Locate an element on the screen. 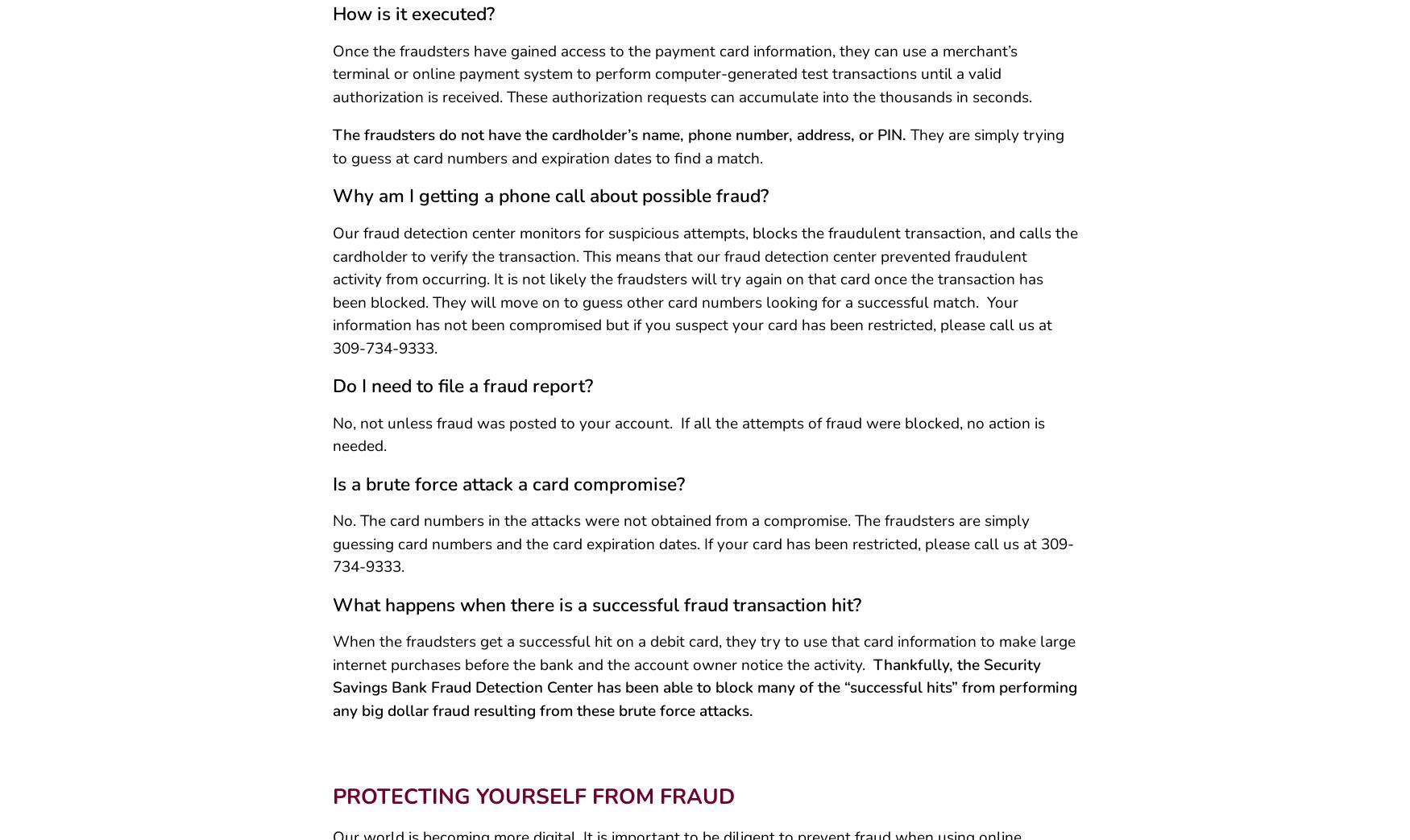 Image resolution: width=1410 pixels, height=840 pixels. 'Once the fraudsters have gained access to the payment card information, they can use a merchant’s terminal or online payment system to perform computer-generated test transactions until a valid authorization is received. These authorization requests can accumulate into the thousands in seconds.' is located at coordinates (681, 80).